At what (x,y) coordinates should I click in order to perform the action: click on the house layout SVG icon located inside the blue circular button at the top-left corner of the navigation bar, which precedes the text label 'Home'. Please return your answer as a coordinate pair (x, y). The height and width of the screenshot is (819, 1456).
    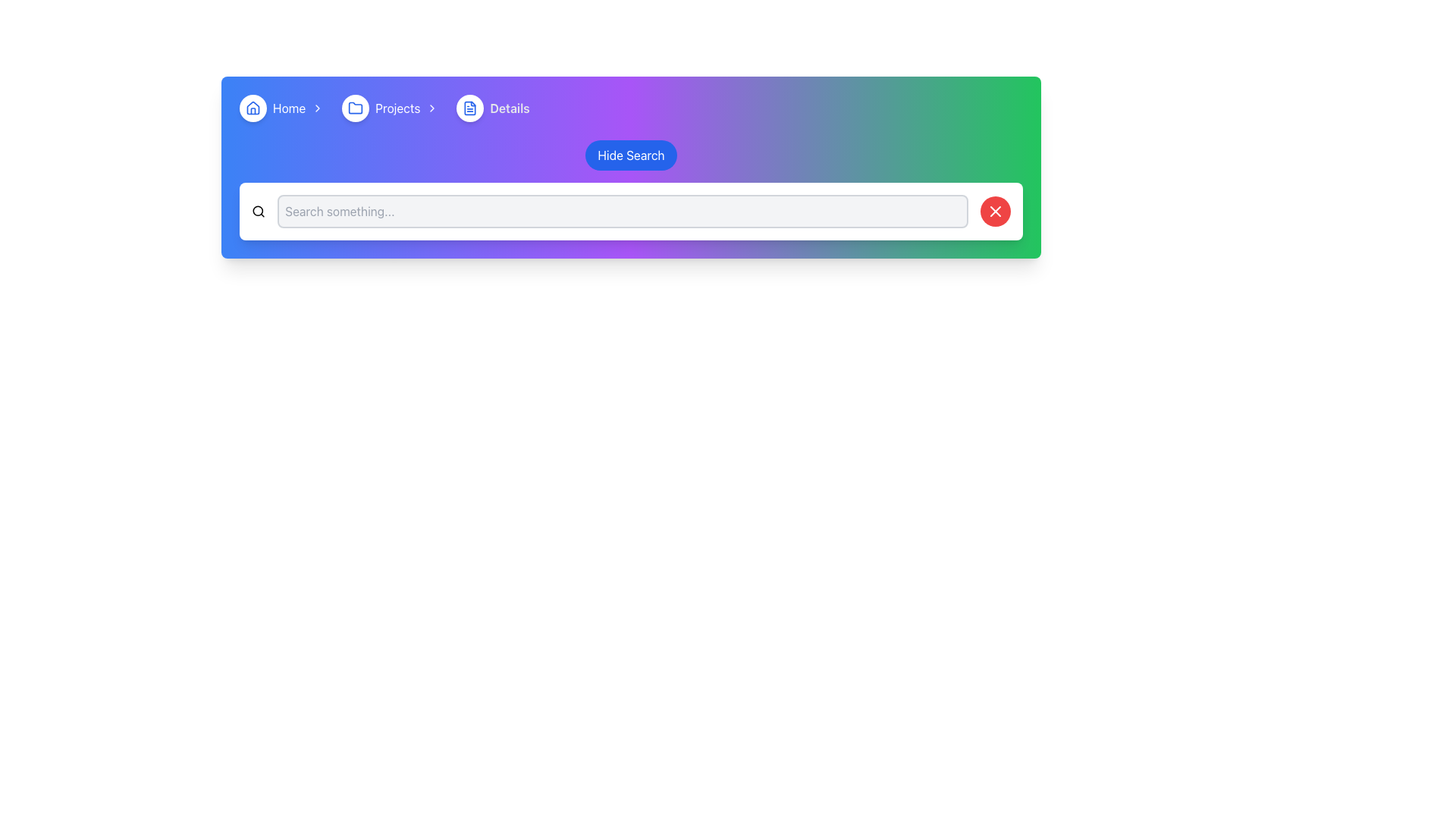
    Looking at the image, I should click on (253, 107).